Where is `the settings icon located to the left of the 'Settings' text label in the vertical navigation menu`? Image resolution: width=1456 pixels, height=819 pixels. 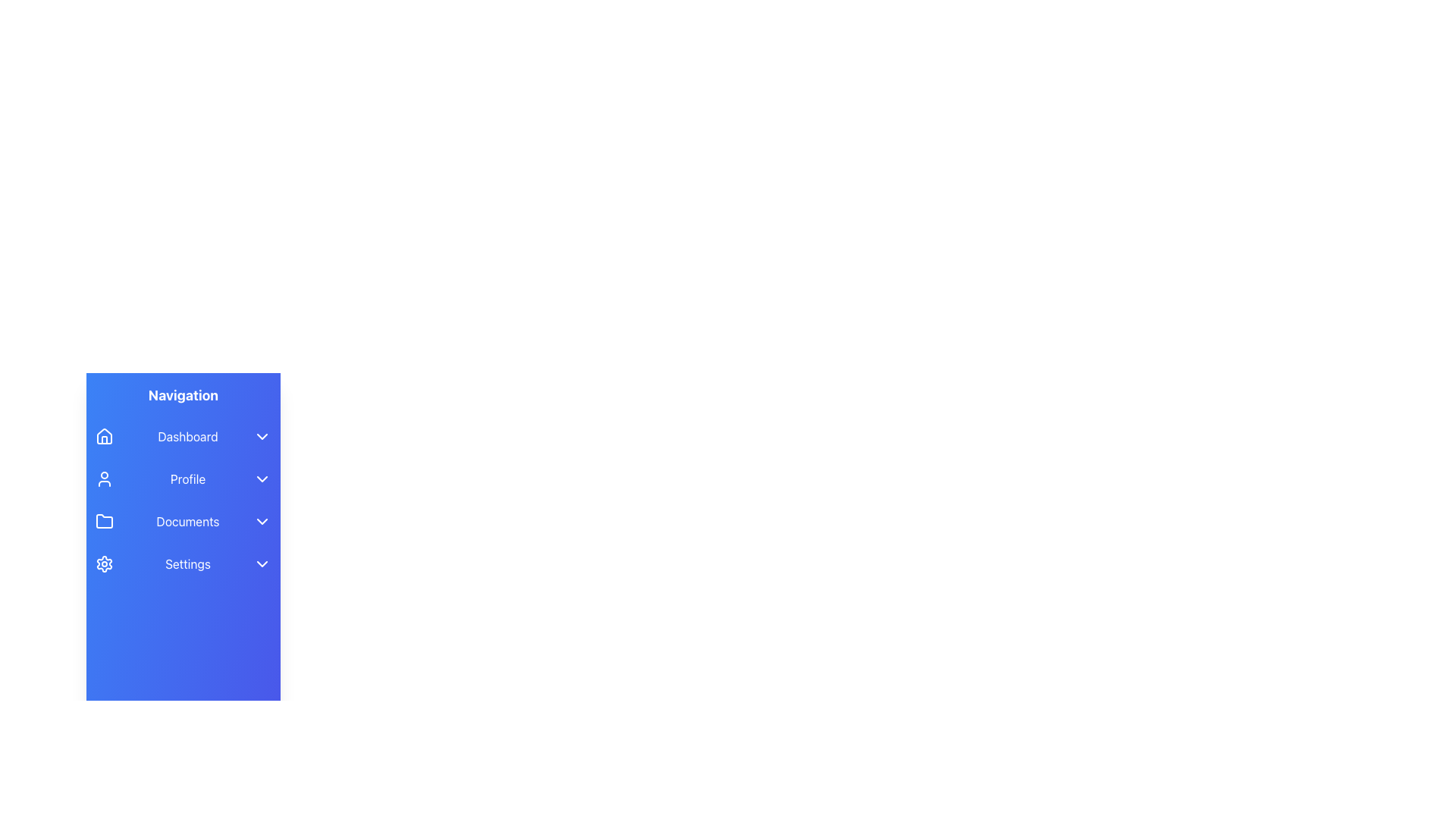
the settings icon located to the left of the 'Settings' text label in the vertical navigation menu is located at coordinates (104, 564).